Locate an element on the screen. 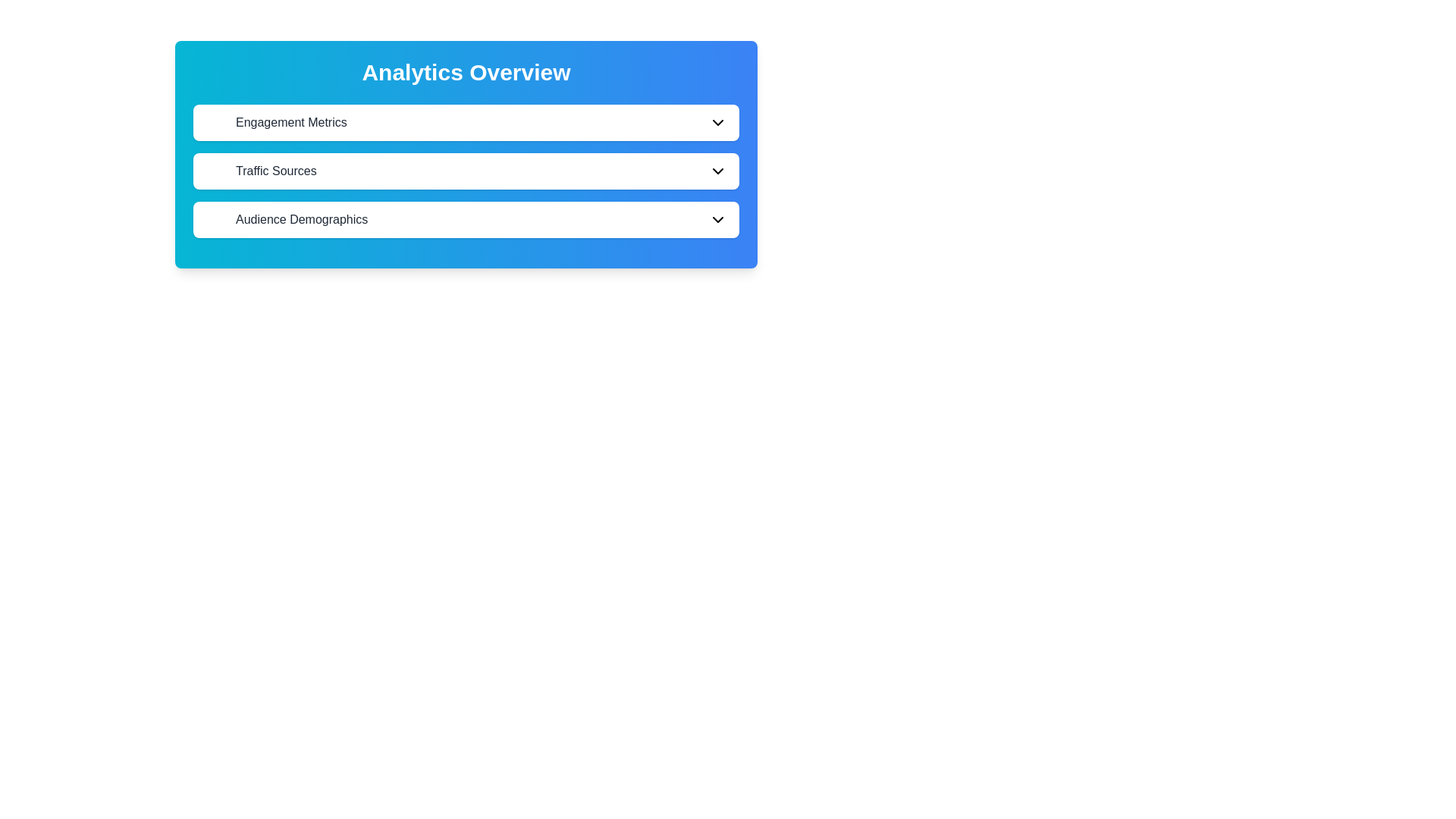 The image size is (1456, 819). the text label that serves as a heading for audience demographics is located at coordinates (287, 219).